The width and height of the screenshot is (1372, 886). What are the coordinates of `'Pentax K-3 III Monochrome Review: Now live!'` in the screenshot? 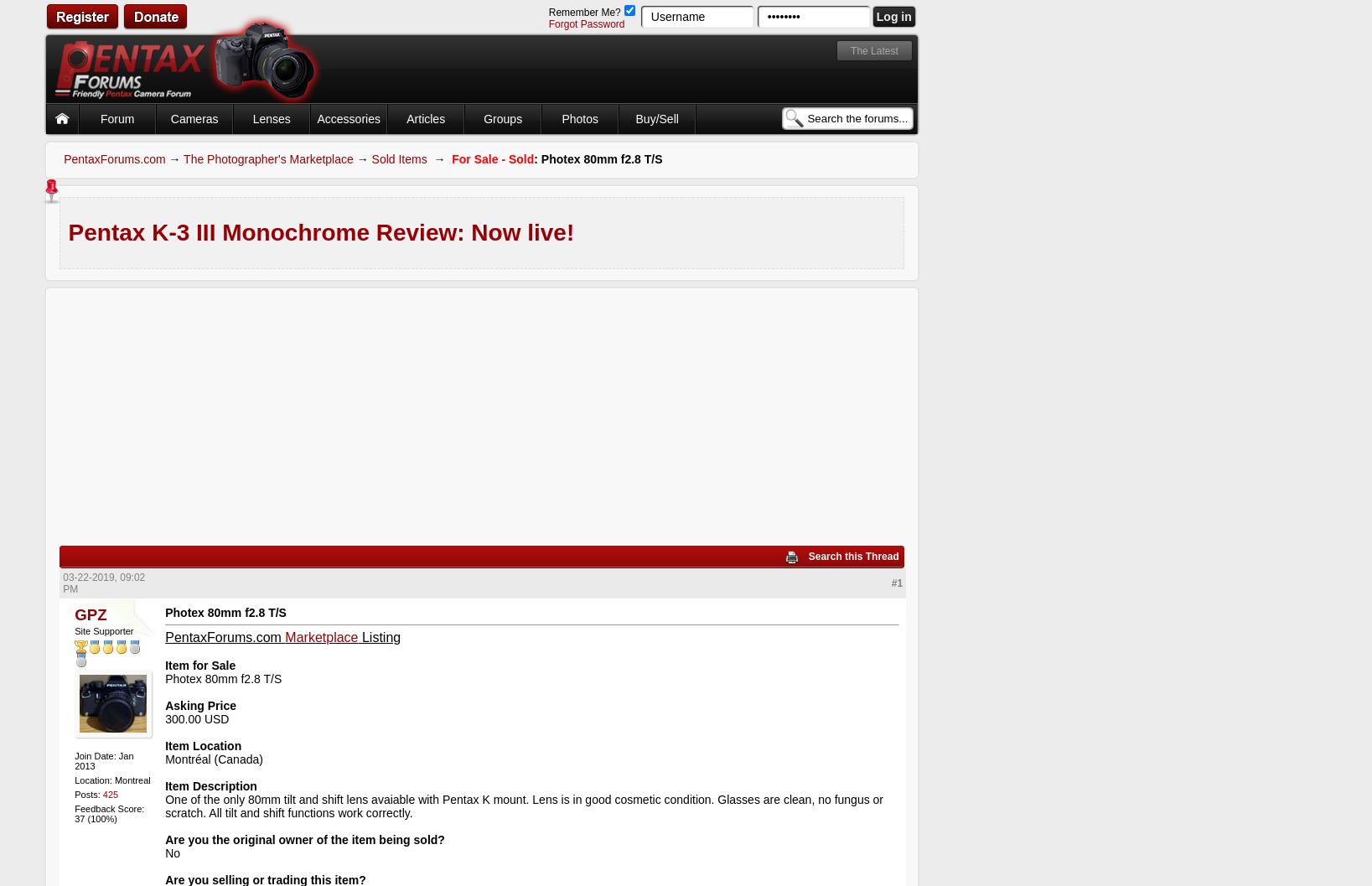 It's located at (320, 231).